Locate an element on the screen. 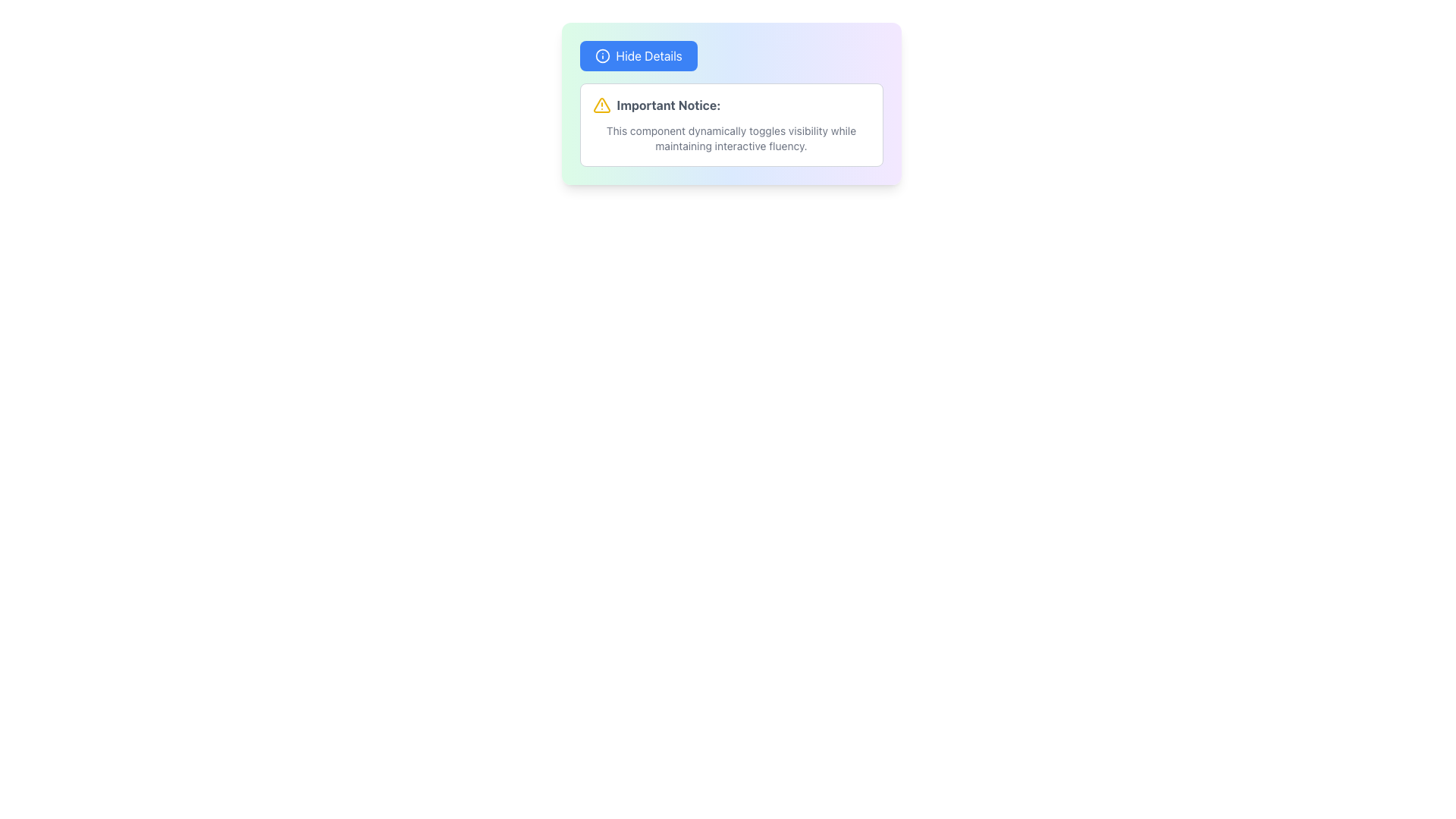  the important notice icon that visually indicates caution and is positioned to the left of the 'Important Notice:' text is located at coordinates (601, 104).